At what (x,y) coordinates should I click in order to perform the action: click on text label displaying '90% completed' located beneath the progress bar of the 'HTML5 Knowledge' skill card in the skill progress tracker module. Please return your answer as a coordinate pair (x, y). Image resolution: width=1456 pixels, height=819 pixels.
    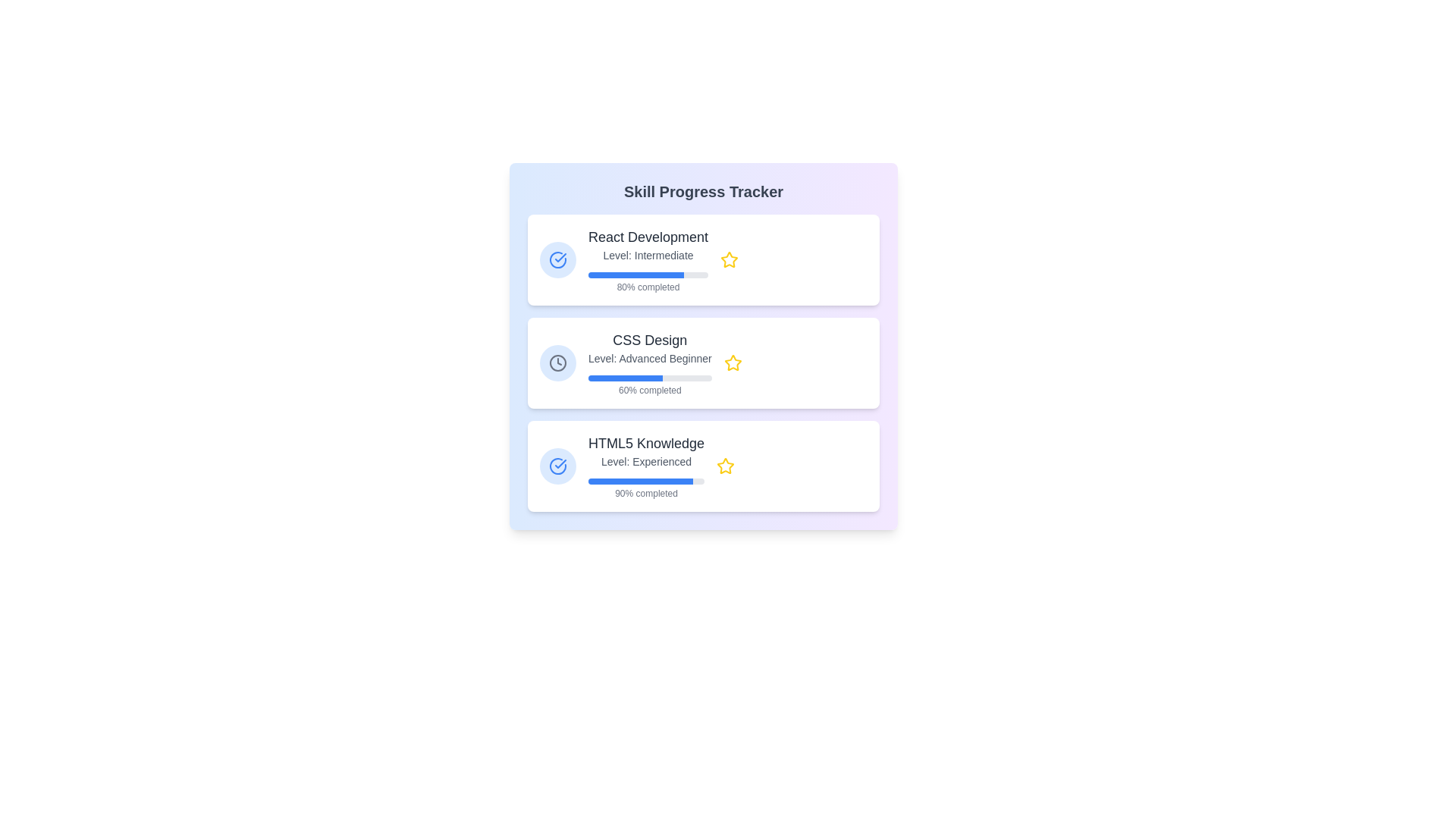
    Looking at the image, I should click on (646, 494).